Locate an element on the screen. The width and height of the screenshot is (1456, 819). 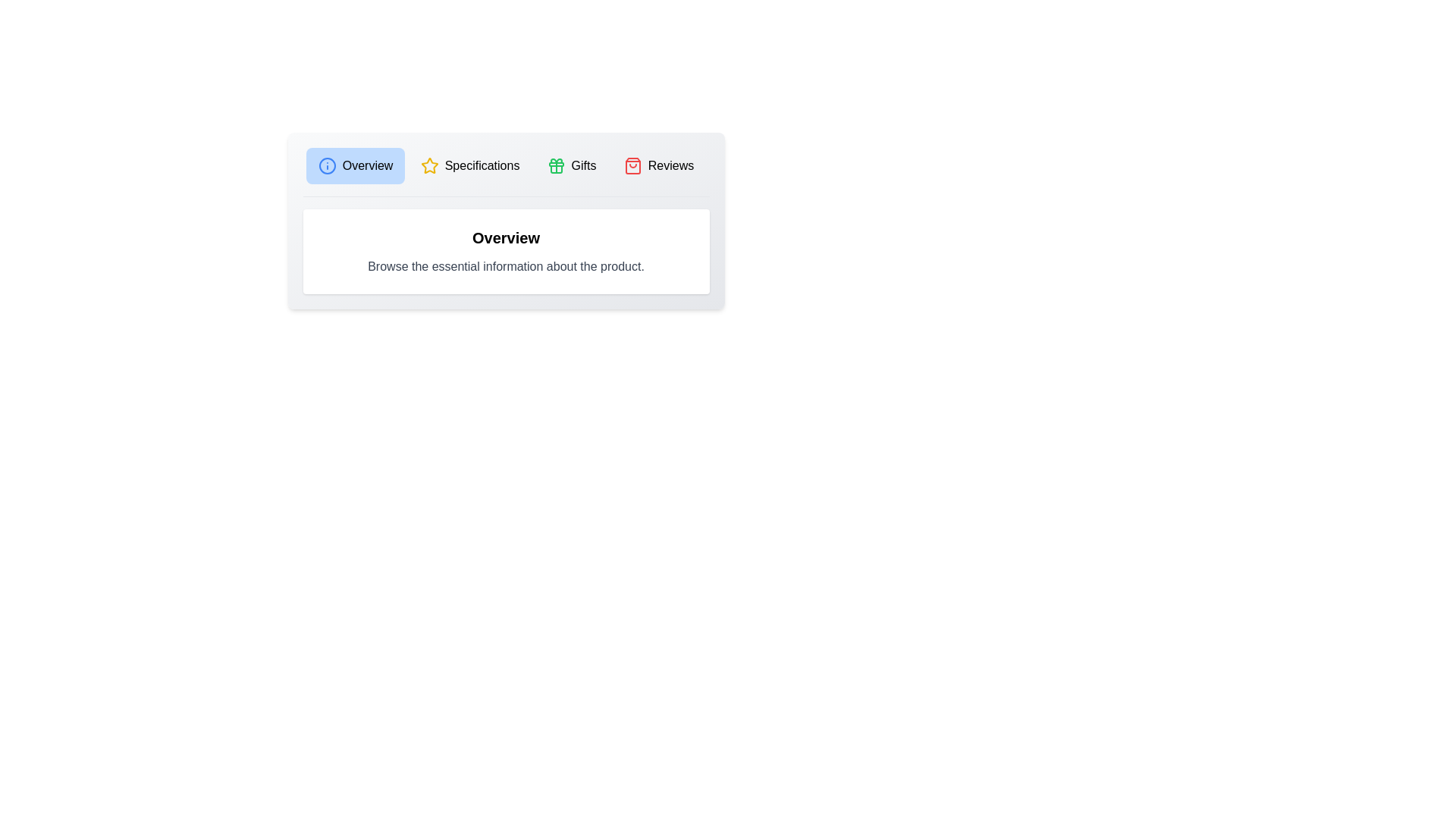
the tab labeled Gifts to observe the transition effect is located at coordinates (570, 166).